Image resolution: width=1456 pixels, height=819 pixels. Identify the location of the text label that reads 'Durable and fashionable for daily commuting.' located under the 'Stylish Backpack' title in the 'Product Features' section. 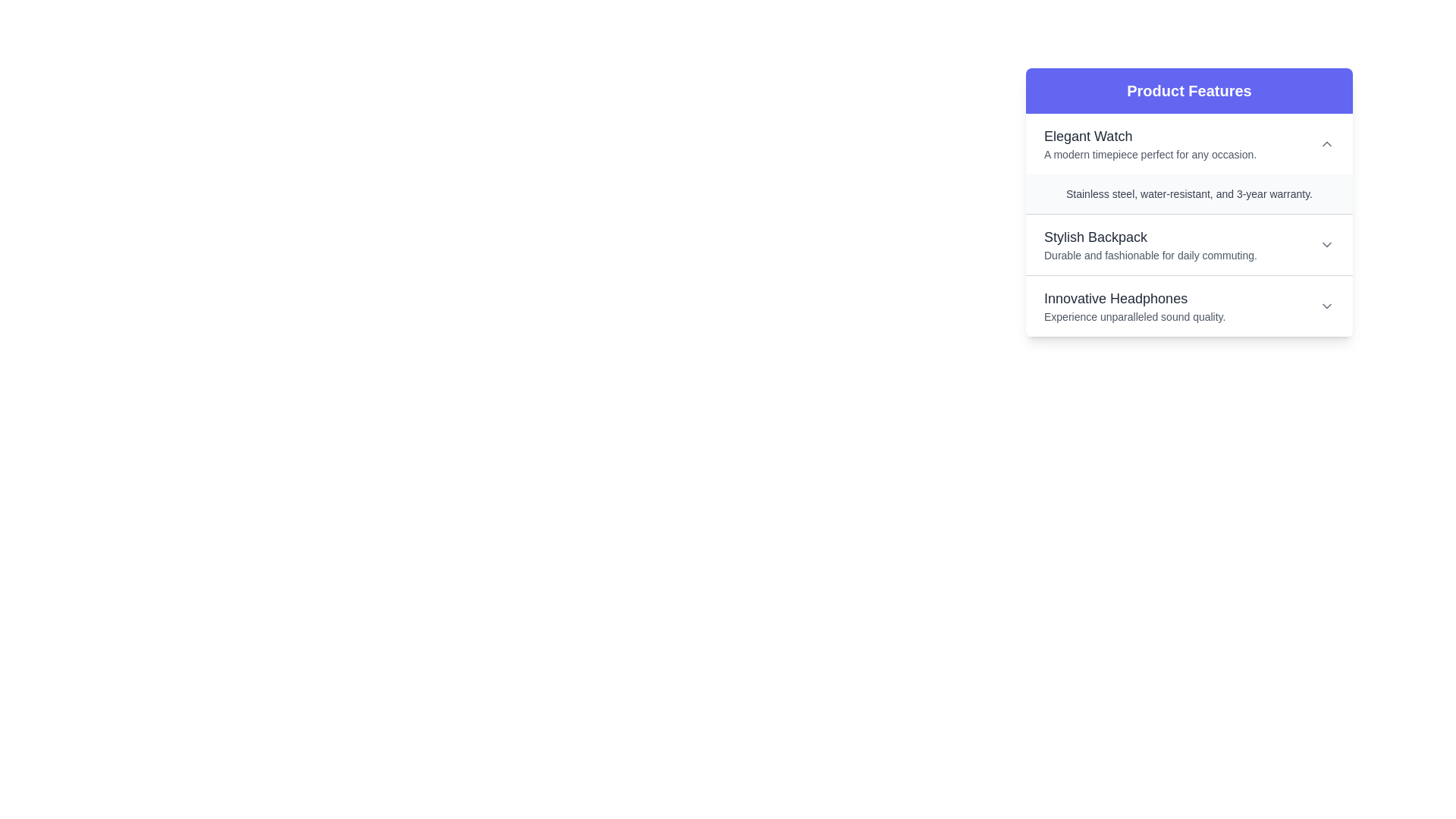
(1150, 254).